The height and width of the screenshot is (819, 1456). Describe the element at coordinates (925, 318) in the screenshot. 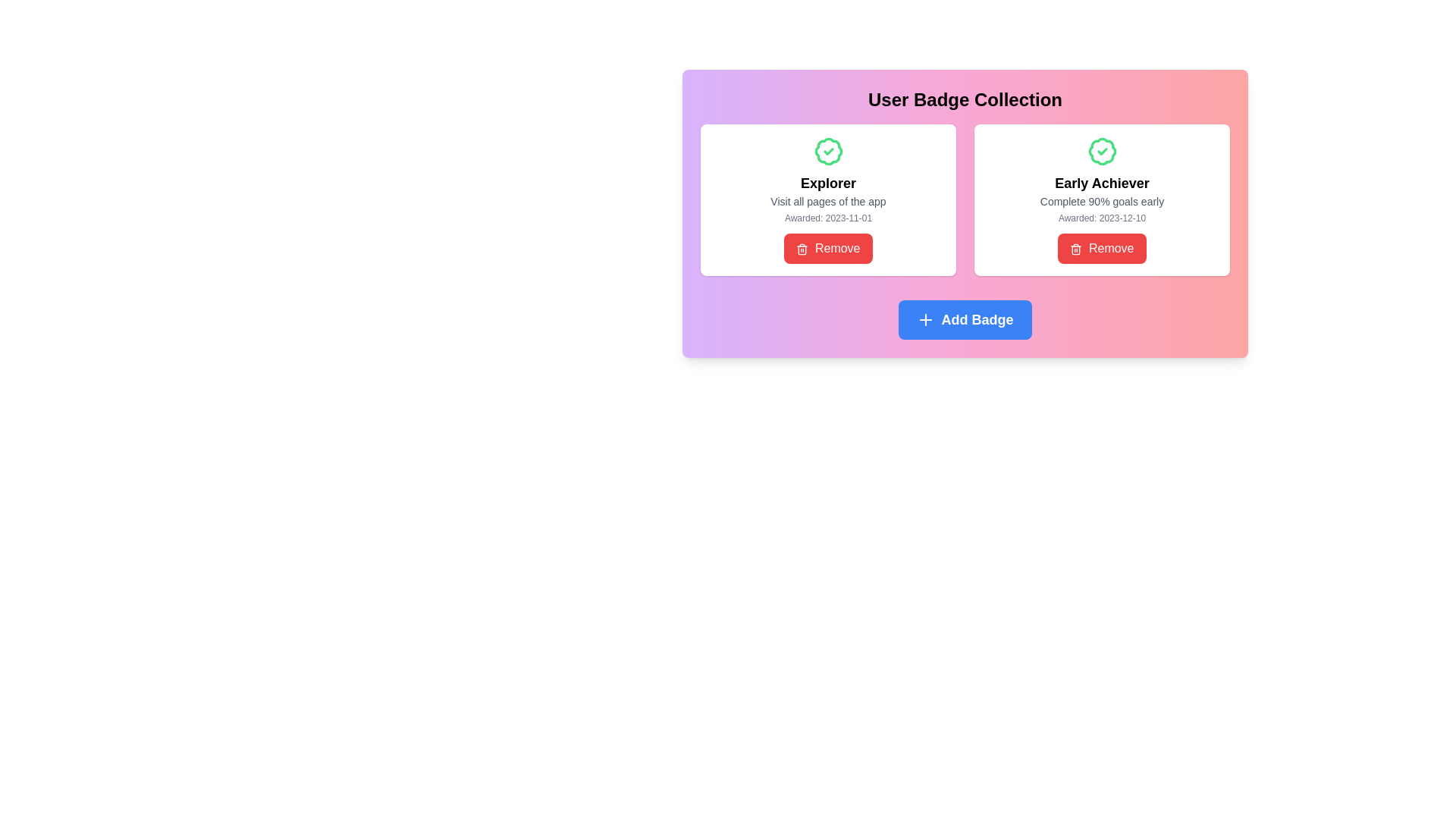

I see `the 'Add Badge' button that contains a small square icon with a plus symbol, located to the left of the button's text` at that location.